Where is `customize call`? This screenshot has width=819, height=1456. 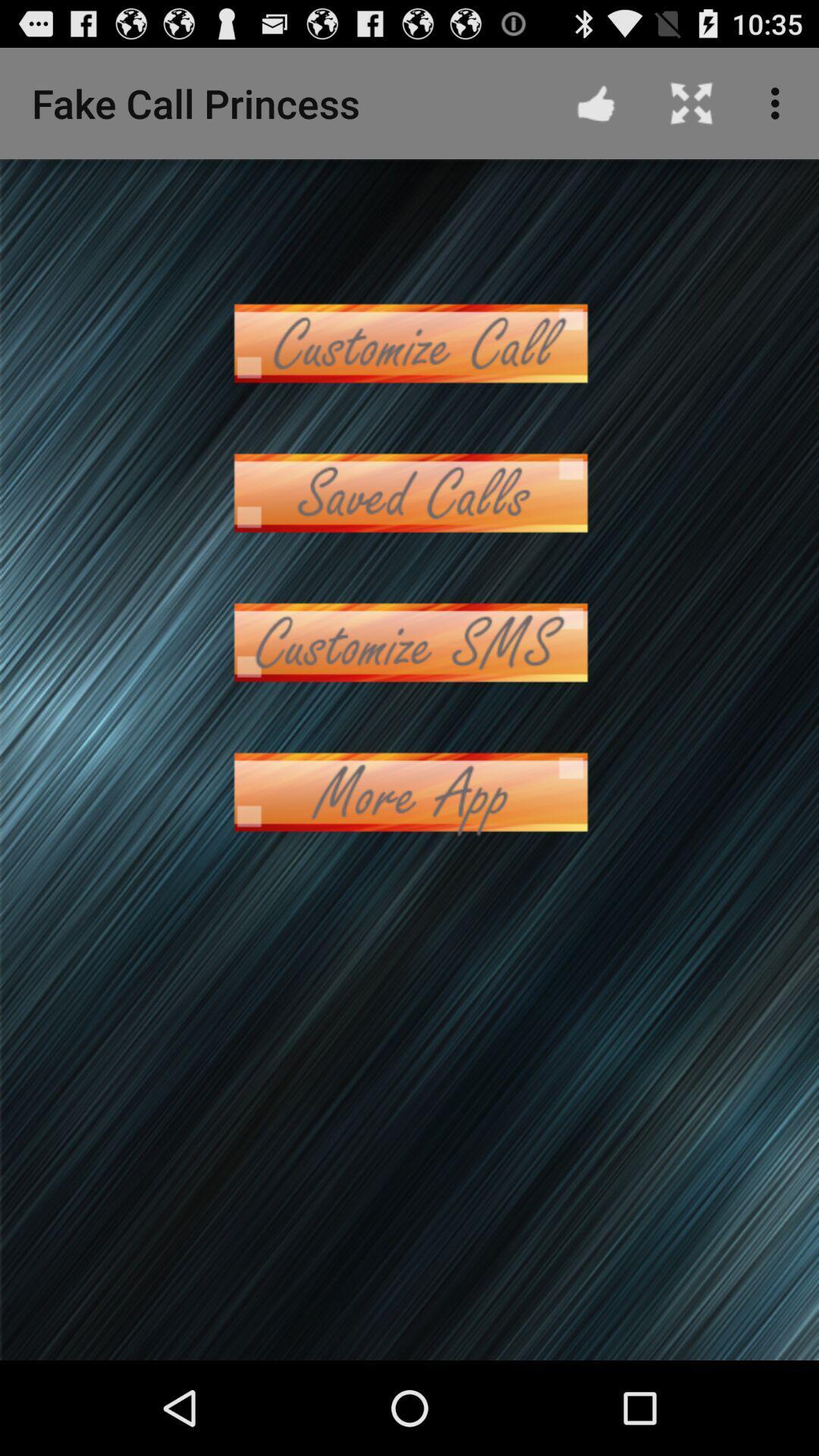
customize call is located at coordinates (409, 342).